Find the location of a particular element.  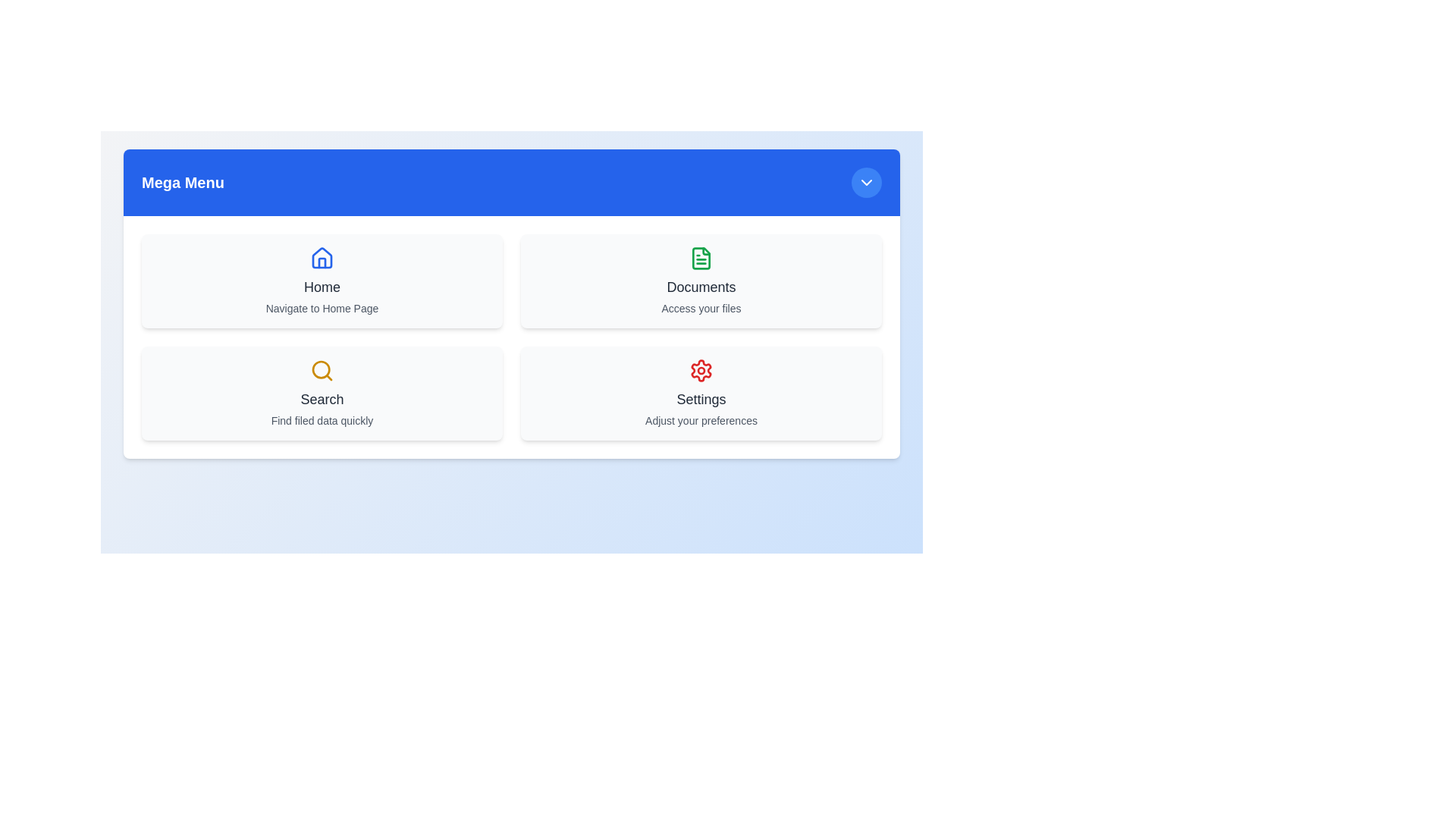

the 'Settings' card to adjust preferences is located at coordinates (701, 393).